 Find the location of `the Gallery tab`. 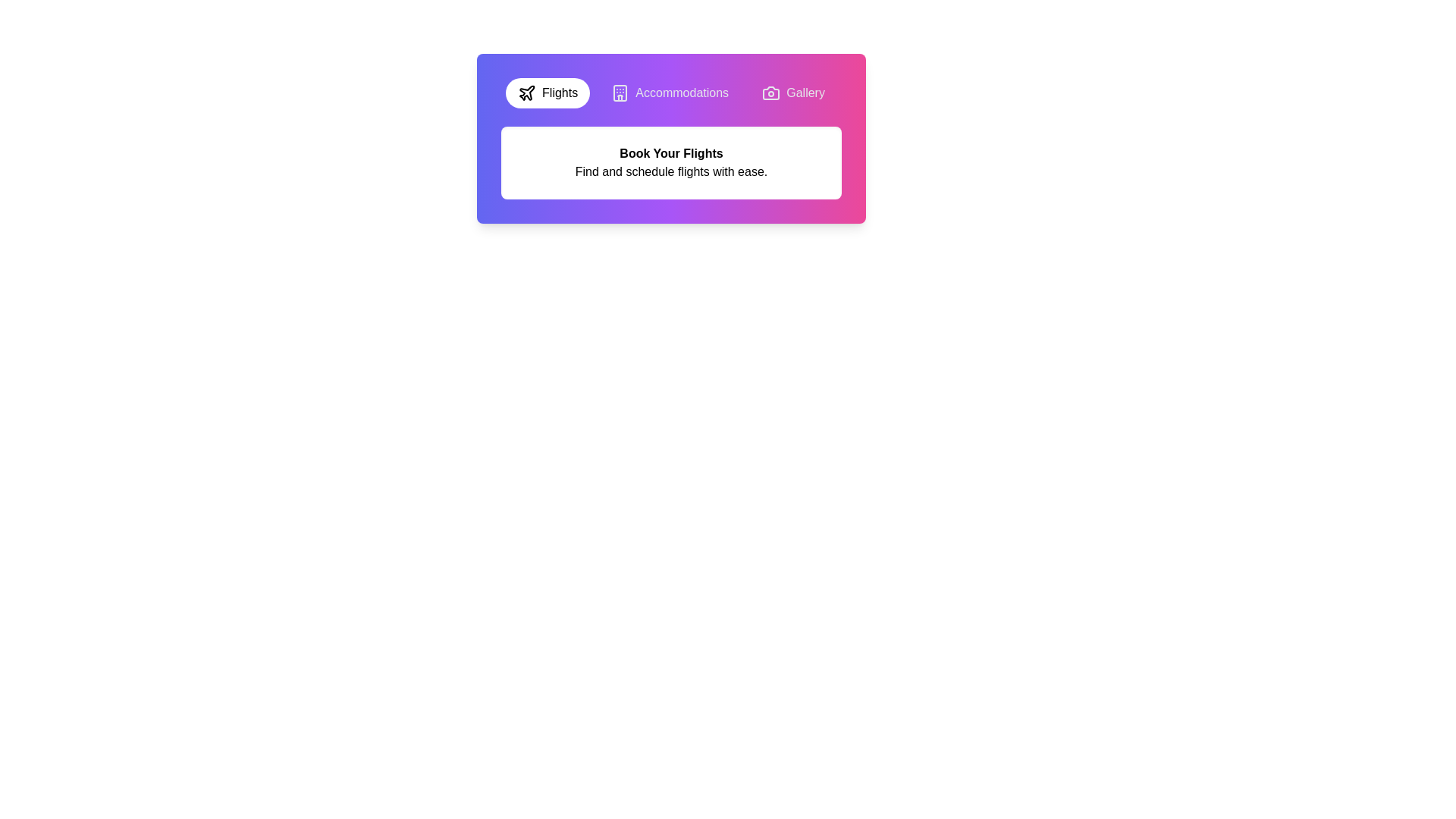

the Gallery tab is located at coordinates (792, 93).